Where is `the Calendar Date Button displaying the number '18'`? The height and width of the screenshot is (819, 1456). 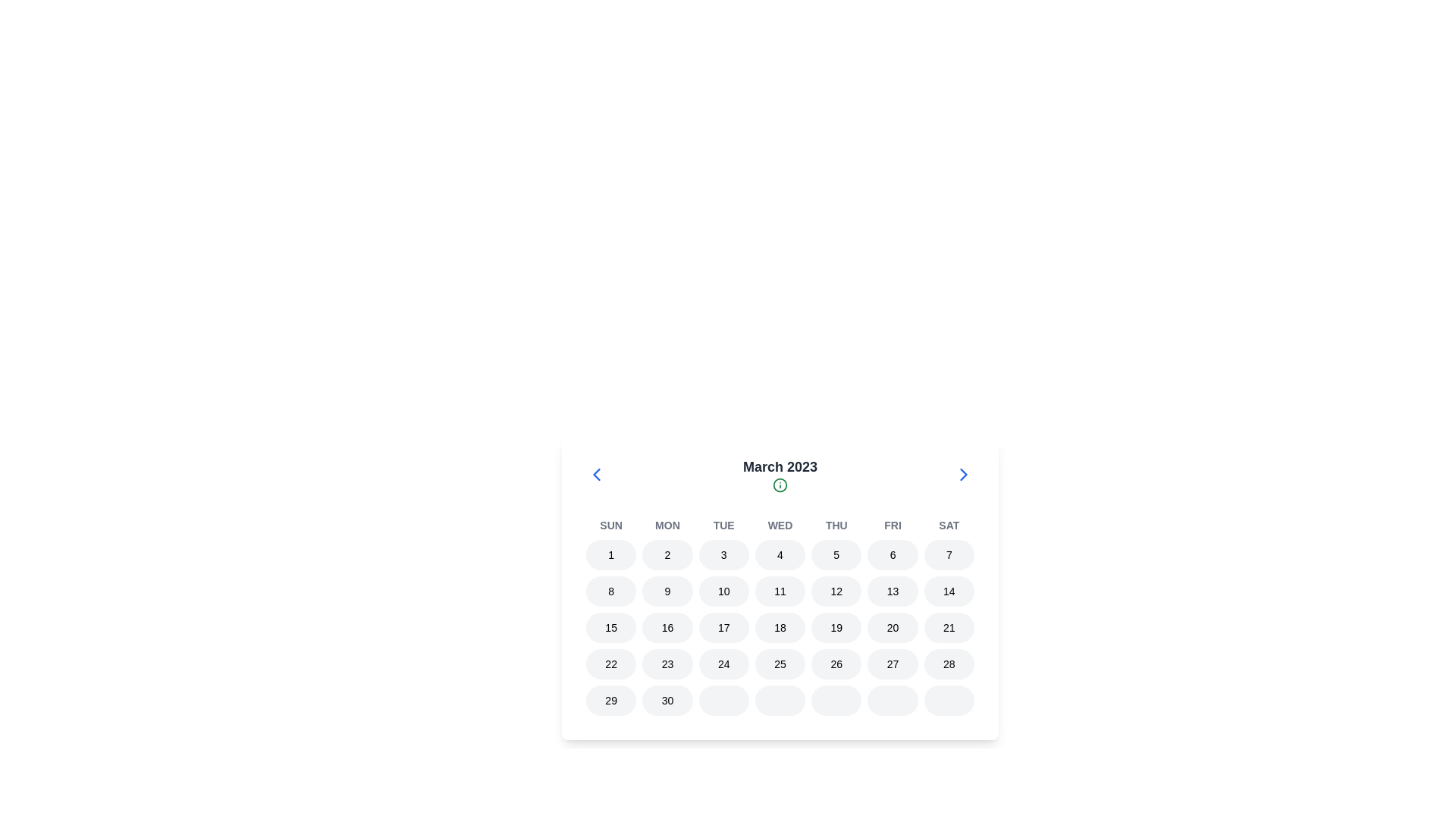 the Calendar Date Button displaying the number '18' is located at coordinates (780, 628).